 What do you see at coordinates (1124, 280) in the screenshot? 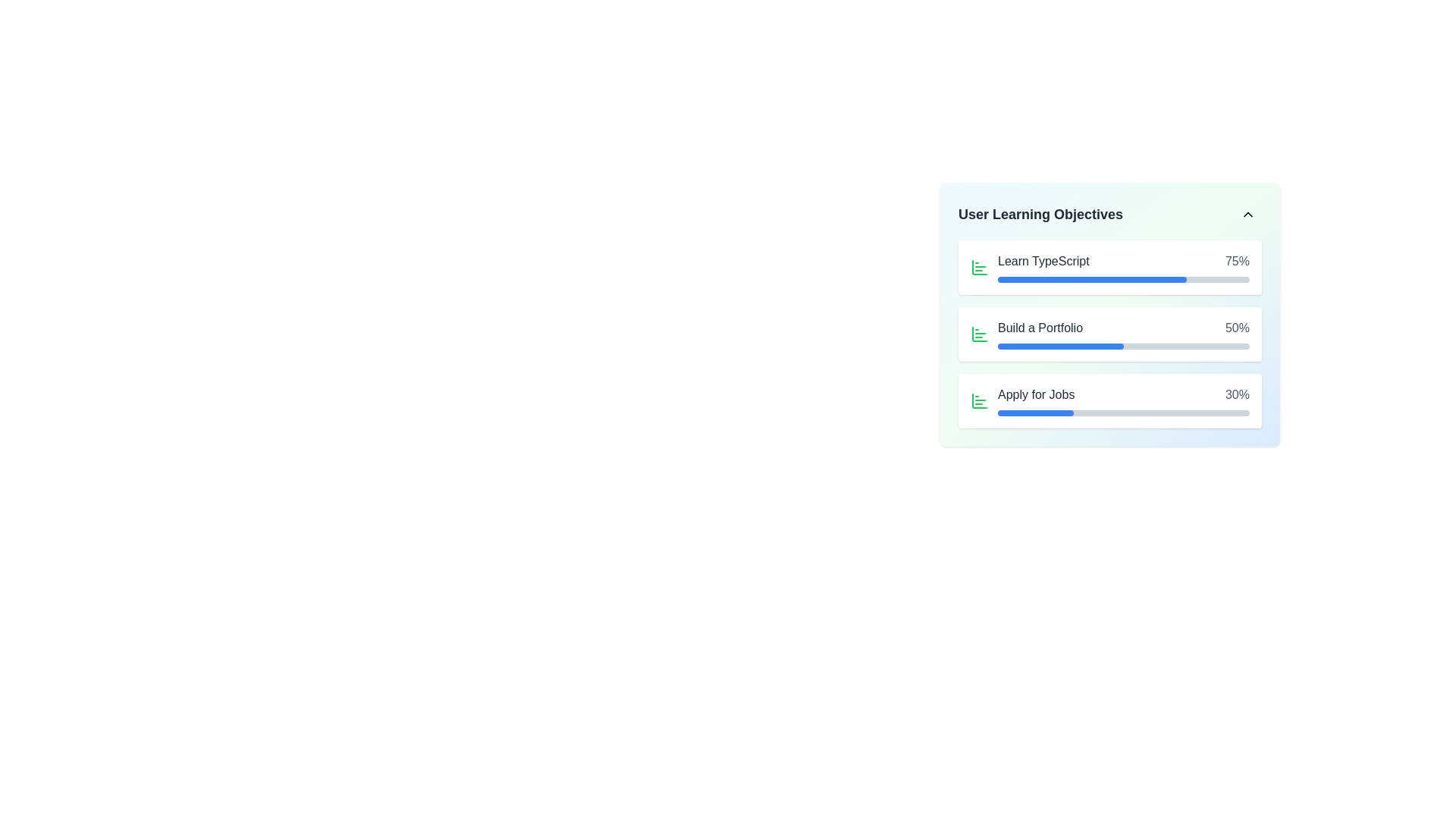
I see `the Progress bar indicating 75% completion for the 'Learn TypeScript' learning goal located below its label in the 'User Learning Objectives' section` at bounding box center [1124, 280].